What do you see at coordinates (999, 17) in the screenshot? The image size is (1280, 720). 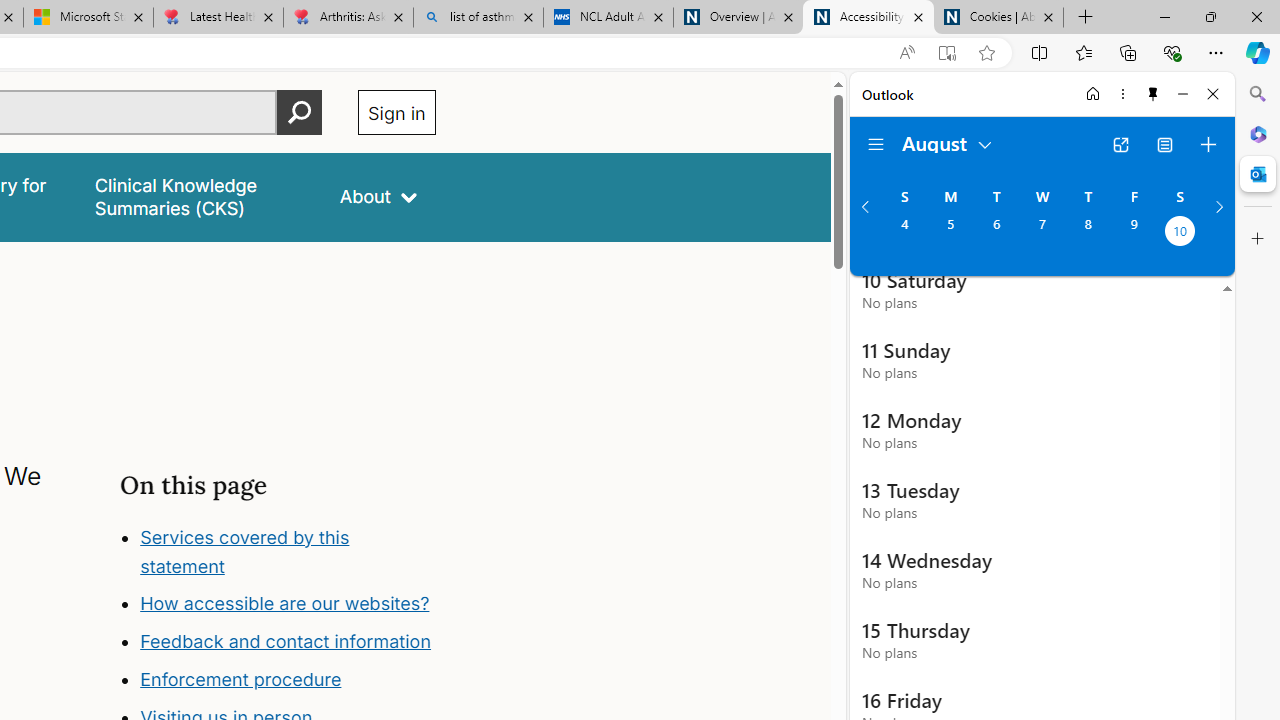 I see `'Cookies | About | NICE'` at bounding box center [999, 17].